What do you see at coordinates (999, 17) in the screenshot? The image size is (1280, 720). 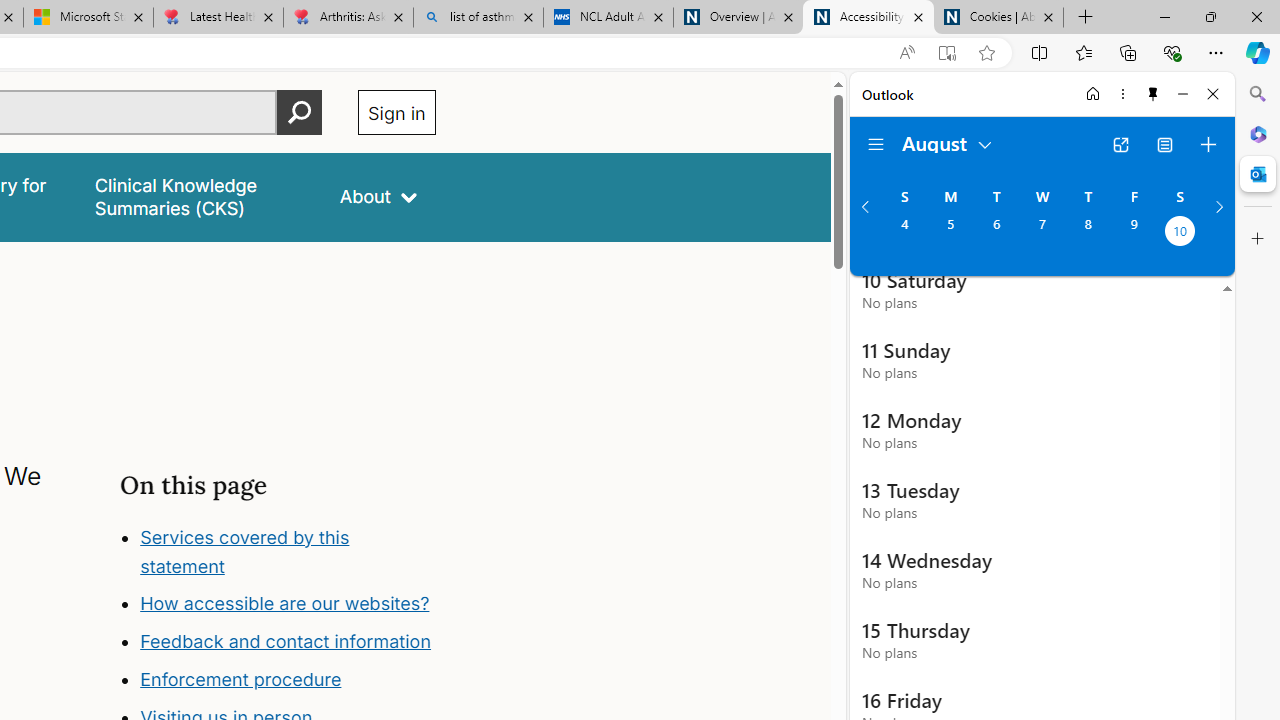 I see `'Cookies | About | NICE'` at bounding box center [999, 17].